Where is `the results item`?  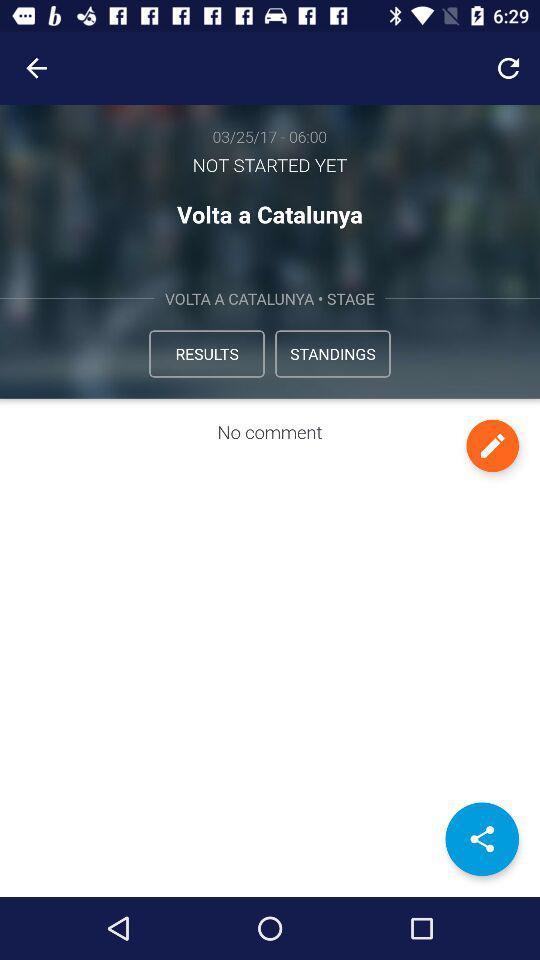 the results item is located at coordinates (205, 353).